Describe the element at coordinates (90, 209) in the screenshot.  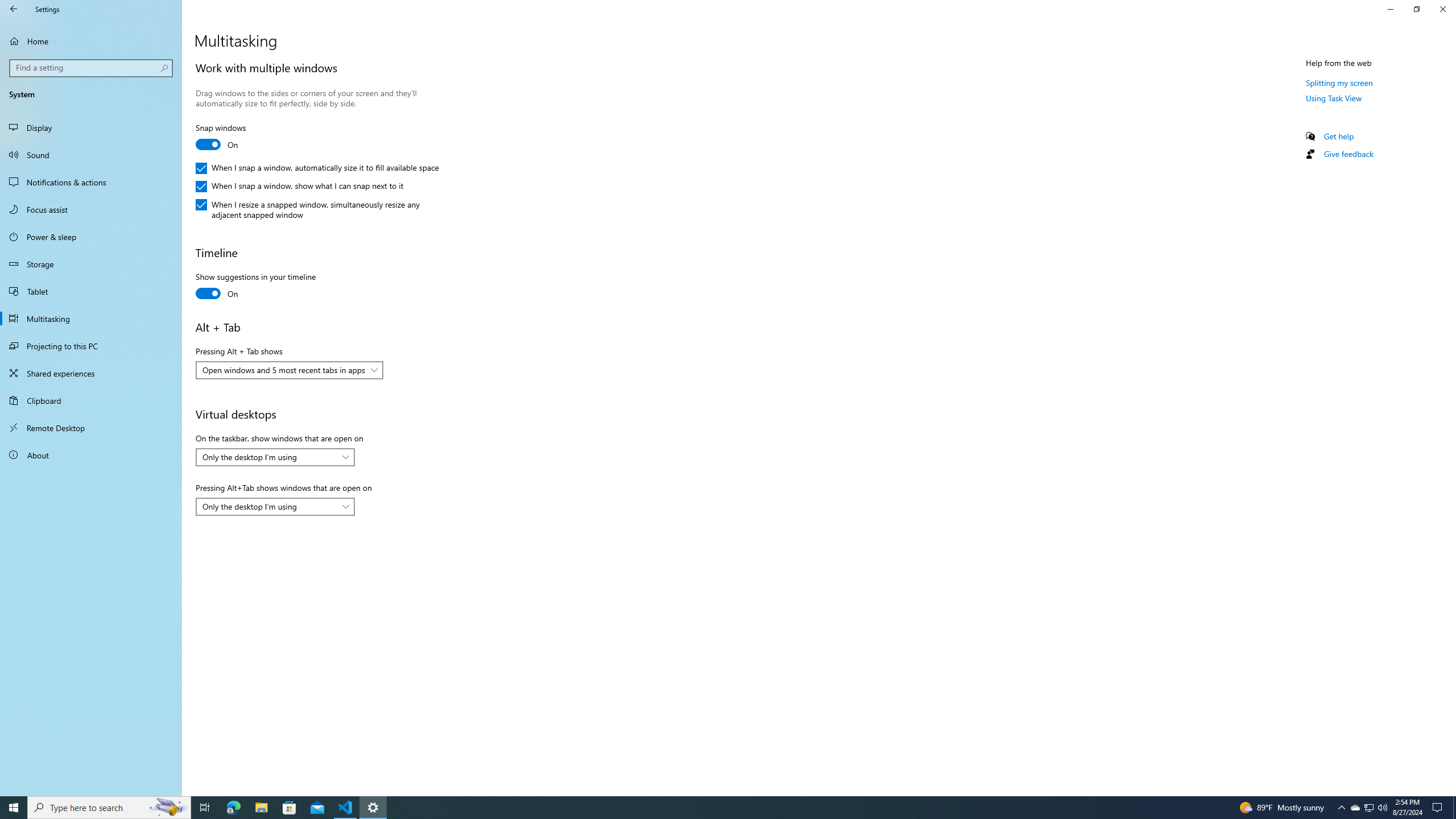
I see `'Focus assist'` at that location.